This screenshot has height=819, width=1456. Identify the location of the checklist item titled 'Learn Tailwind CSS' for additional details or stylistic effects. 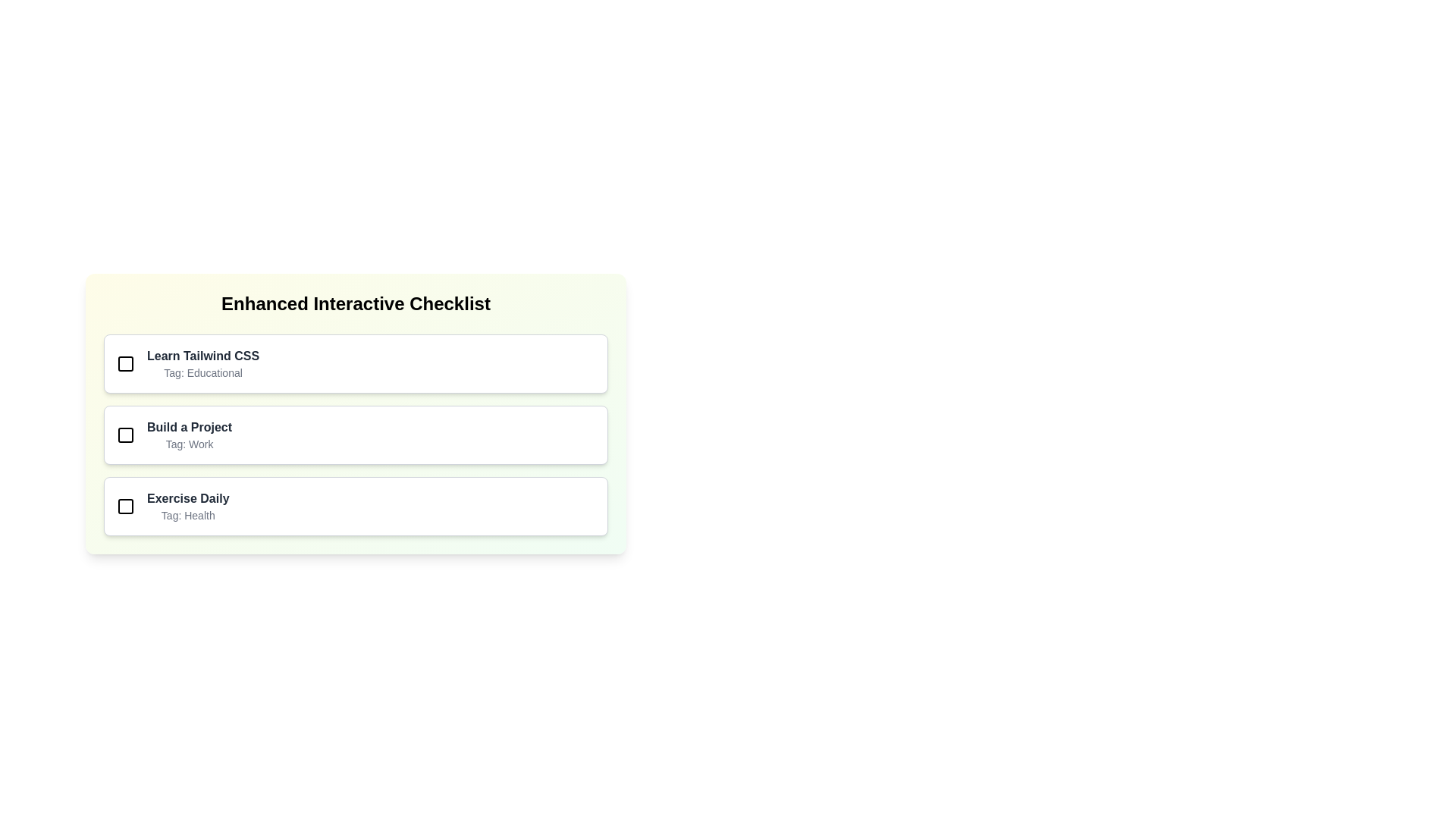
(355, 363).